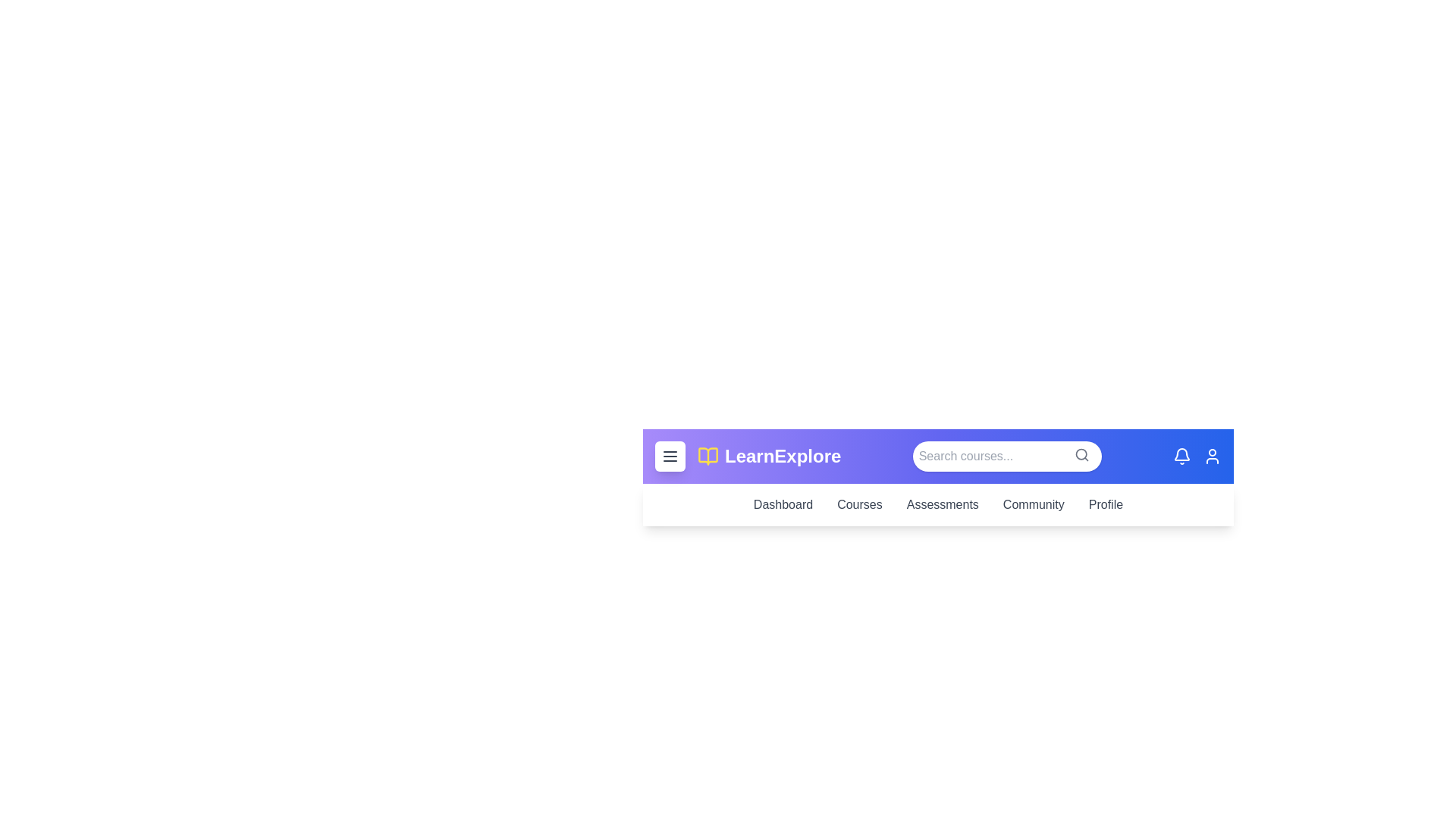 The image size is (1456, 819). I want to click on the menu button to toggle the menu visibility, so click(669, 455).